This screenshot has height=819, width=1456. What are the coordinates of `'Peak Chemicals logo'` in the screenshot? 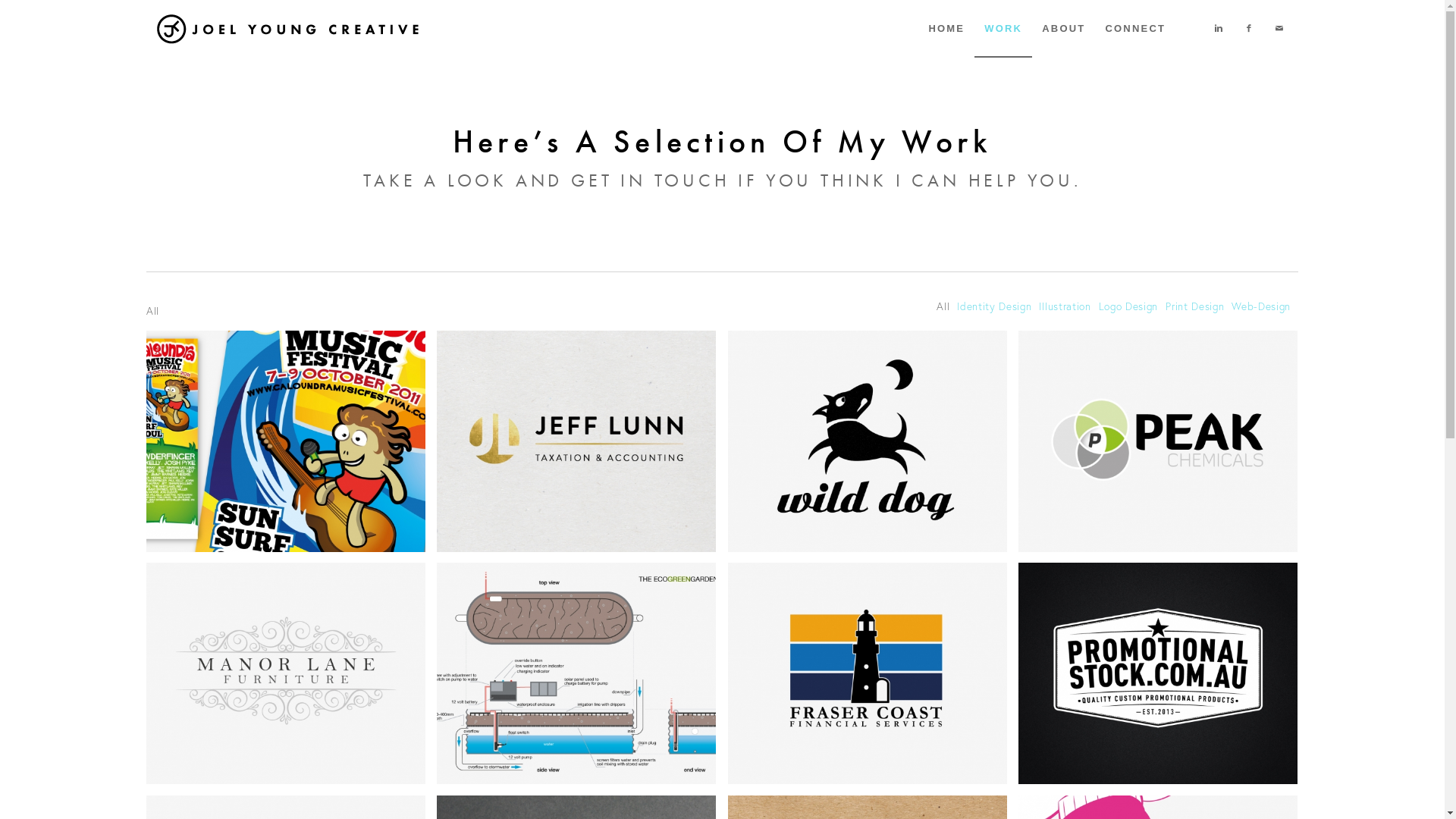 It's located at (1163, 446).